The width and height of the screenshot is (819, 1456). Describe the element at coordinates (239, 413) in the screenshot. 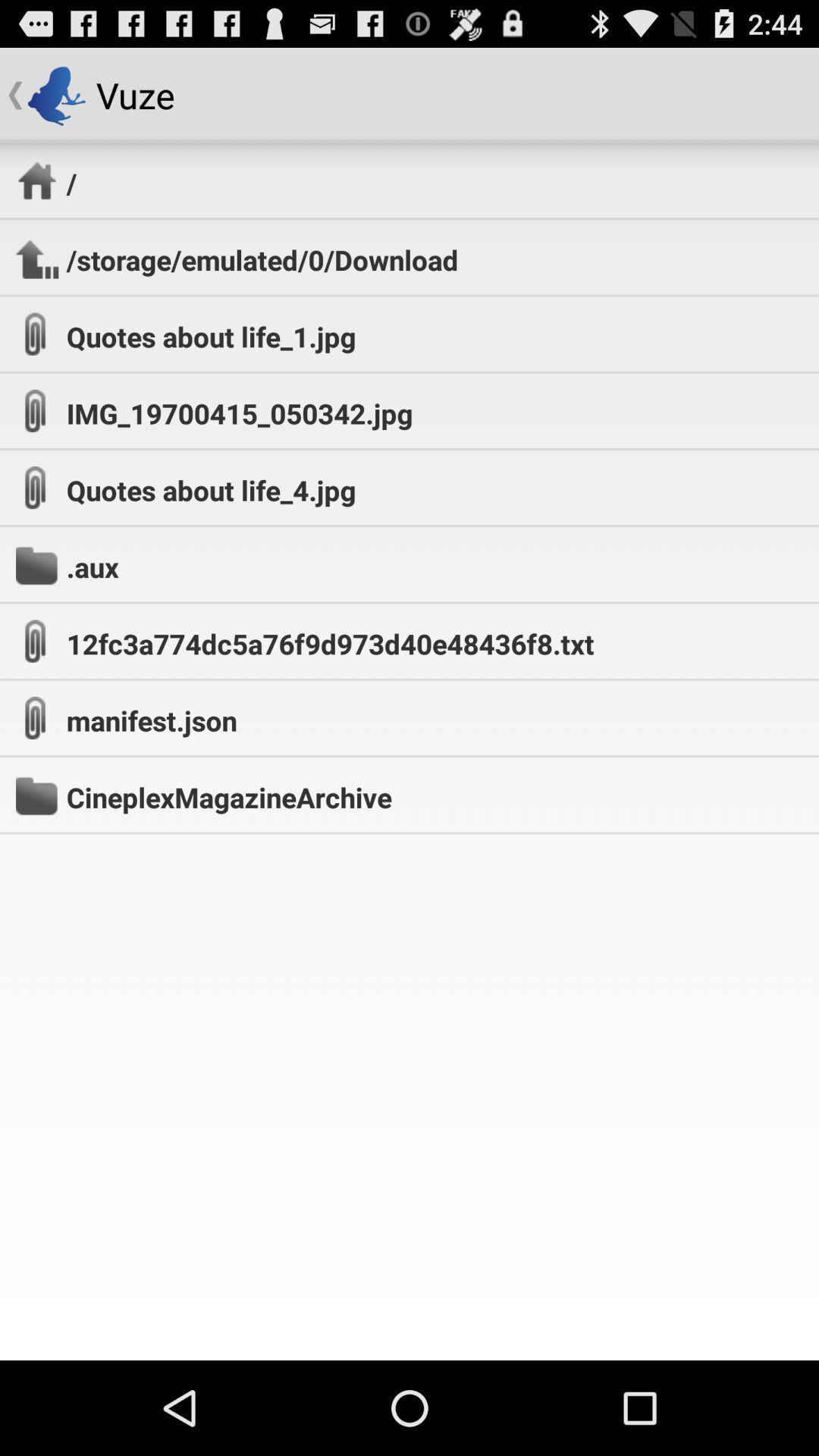

I see `the img_19700415_050342.jpg item` at that location.